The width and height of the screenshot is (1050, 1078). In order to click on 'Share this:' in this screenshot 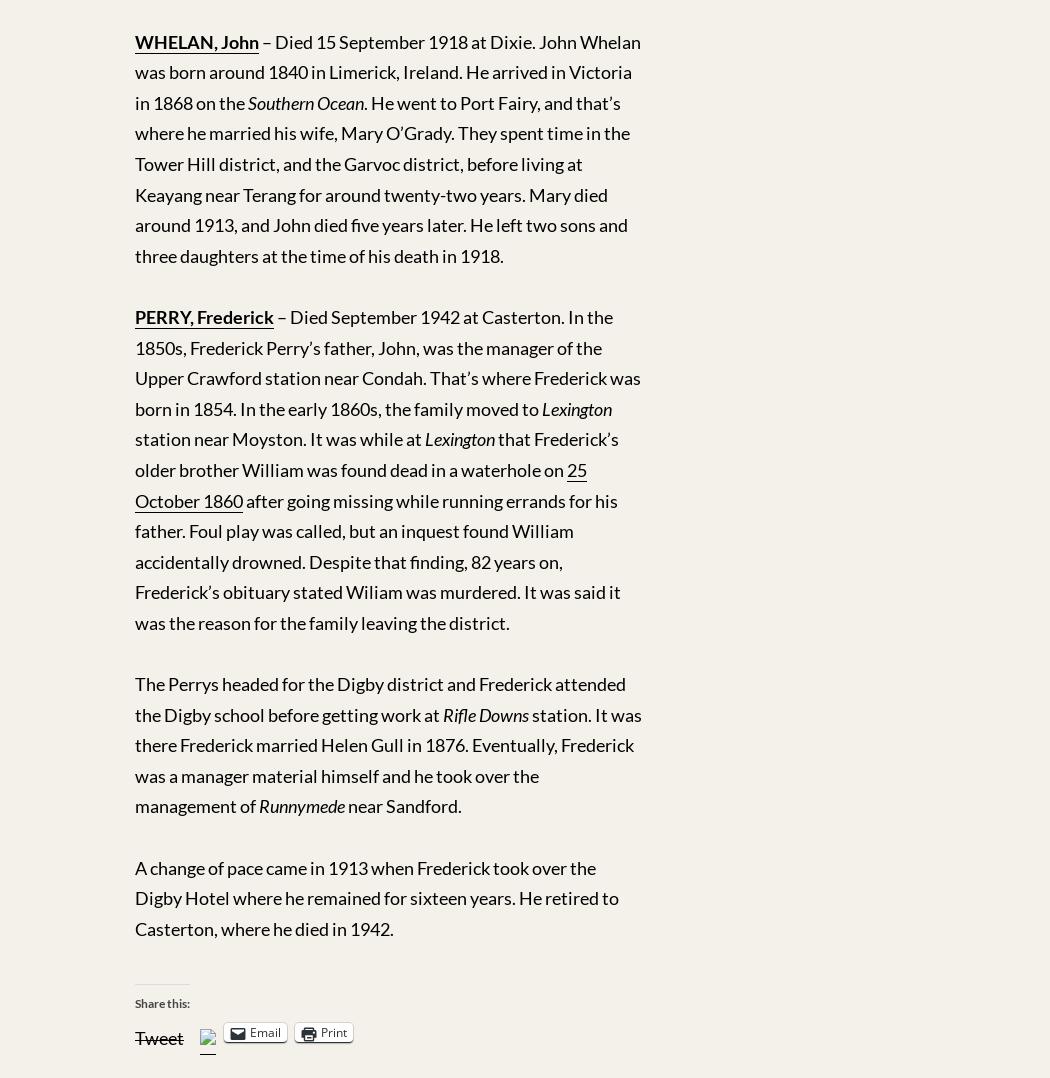, I will do `click(162, 1002)`.